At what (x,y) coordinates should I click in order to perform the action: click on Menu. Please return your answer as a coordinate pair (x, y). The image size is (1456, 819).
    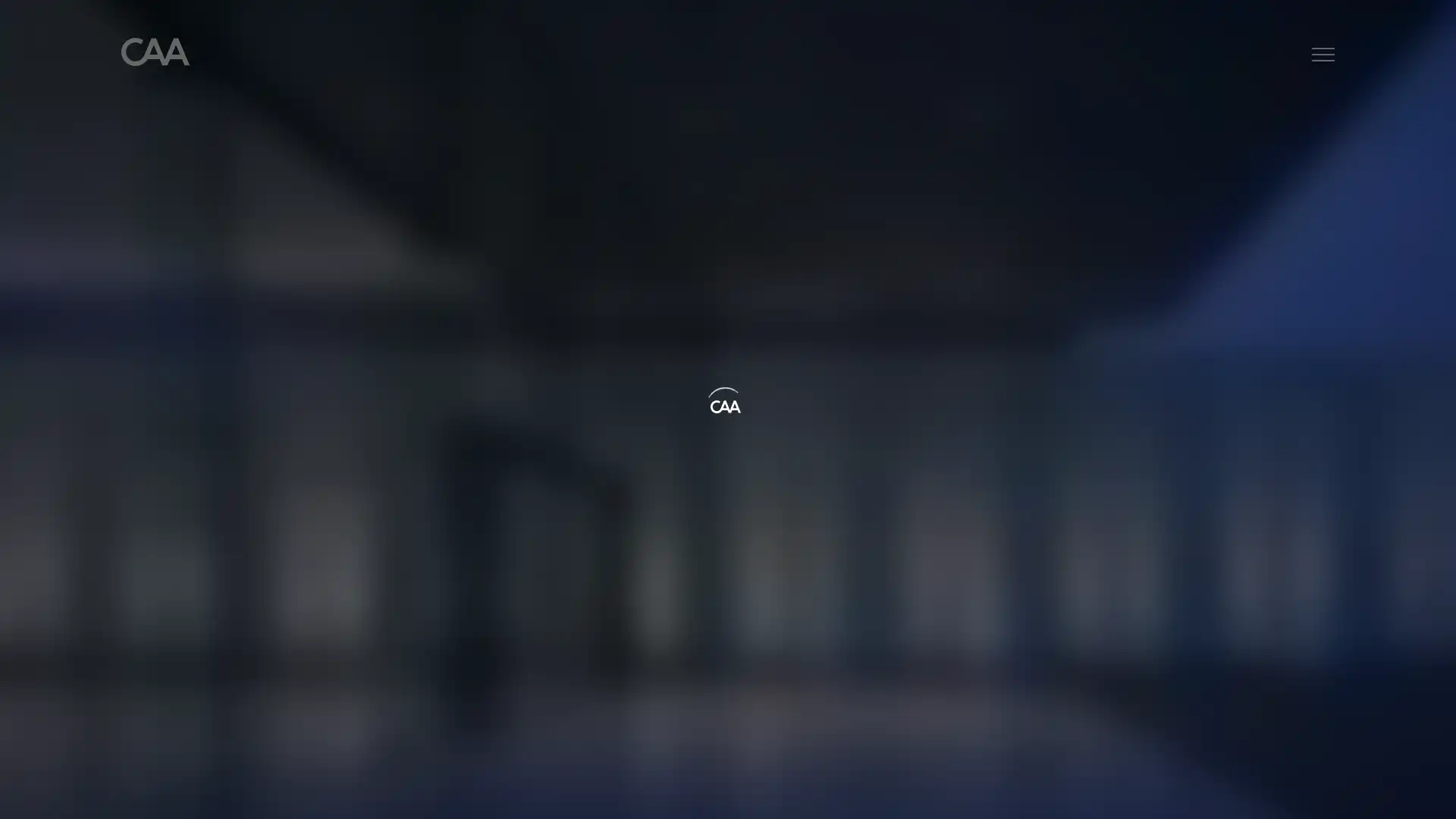
    Looking at the image, I should click on (1323, 56).